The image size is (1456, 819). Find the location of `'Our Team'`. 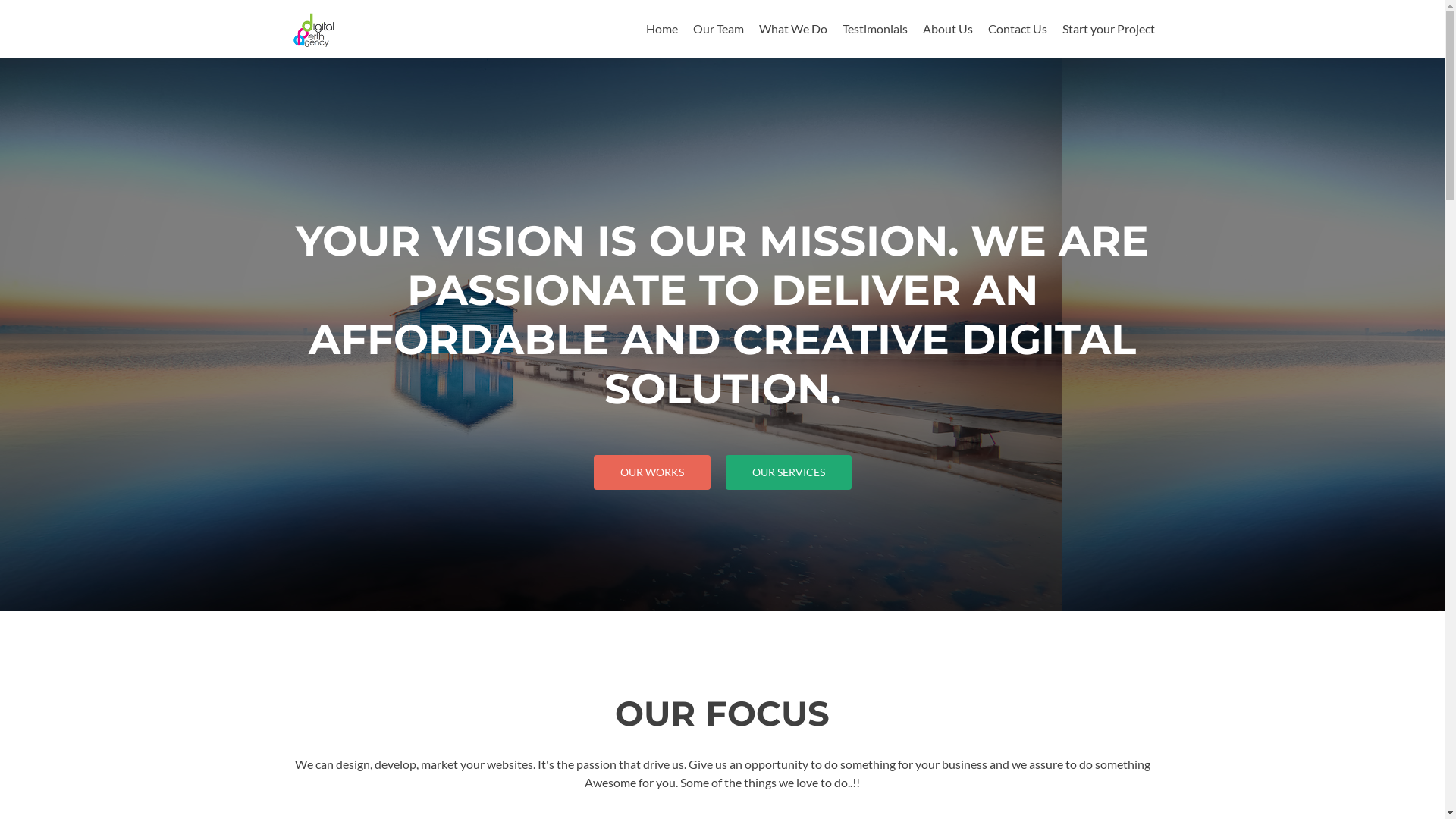

'Our Team' is located at coordinates (692, 28).